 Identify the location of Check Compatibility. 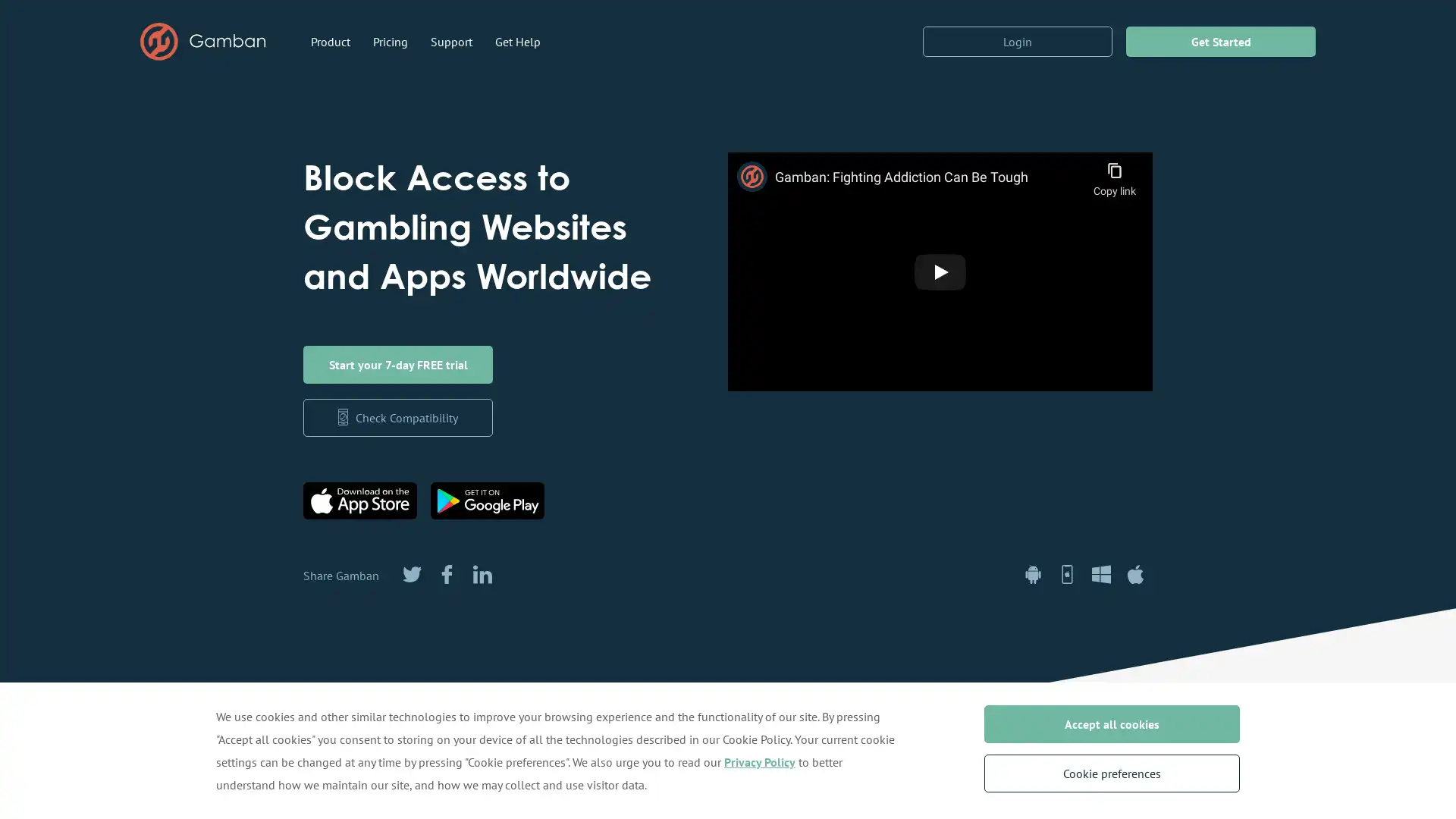
(397, 418).